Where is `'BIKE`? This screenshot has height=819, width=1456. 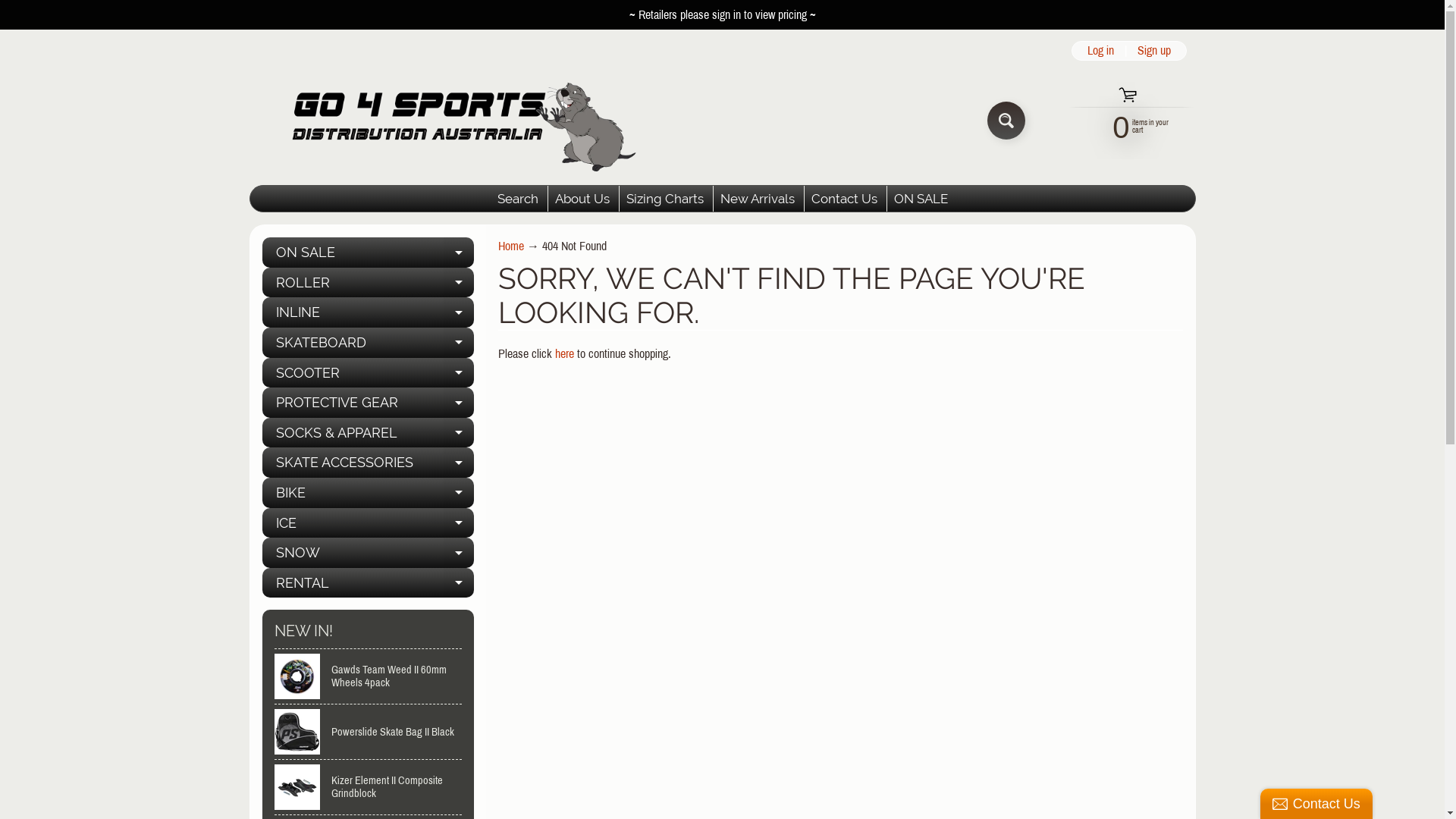
'BIKE is located at coordinates (368, 493).